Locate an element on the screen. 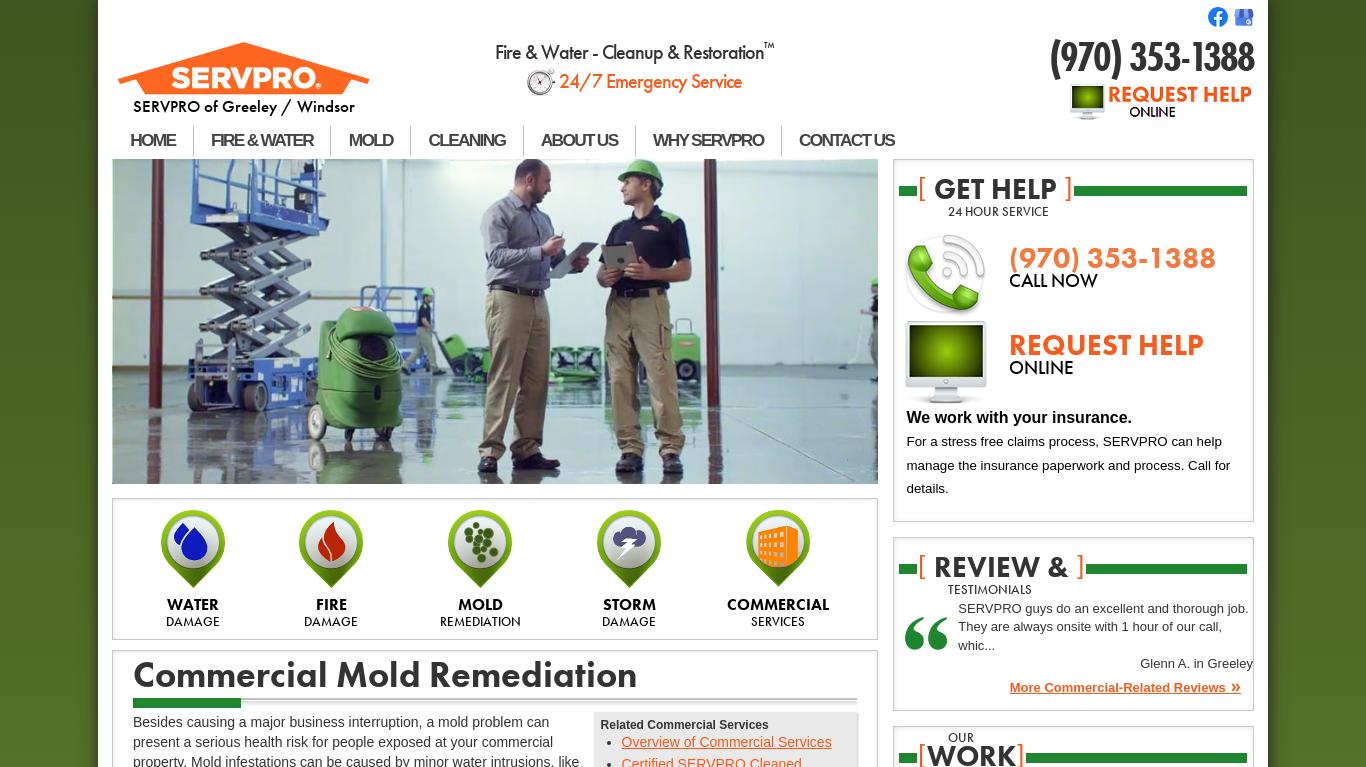 This screenshot has height=767, width=1366. 'testimonials' is located at coordinates (989, 587).